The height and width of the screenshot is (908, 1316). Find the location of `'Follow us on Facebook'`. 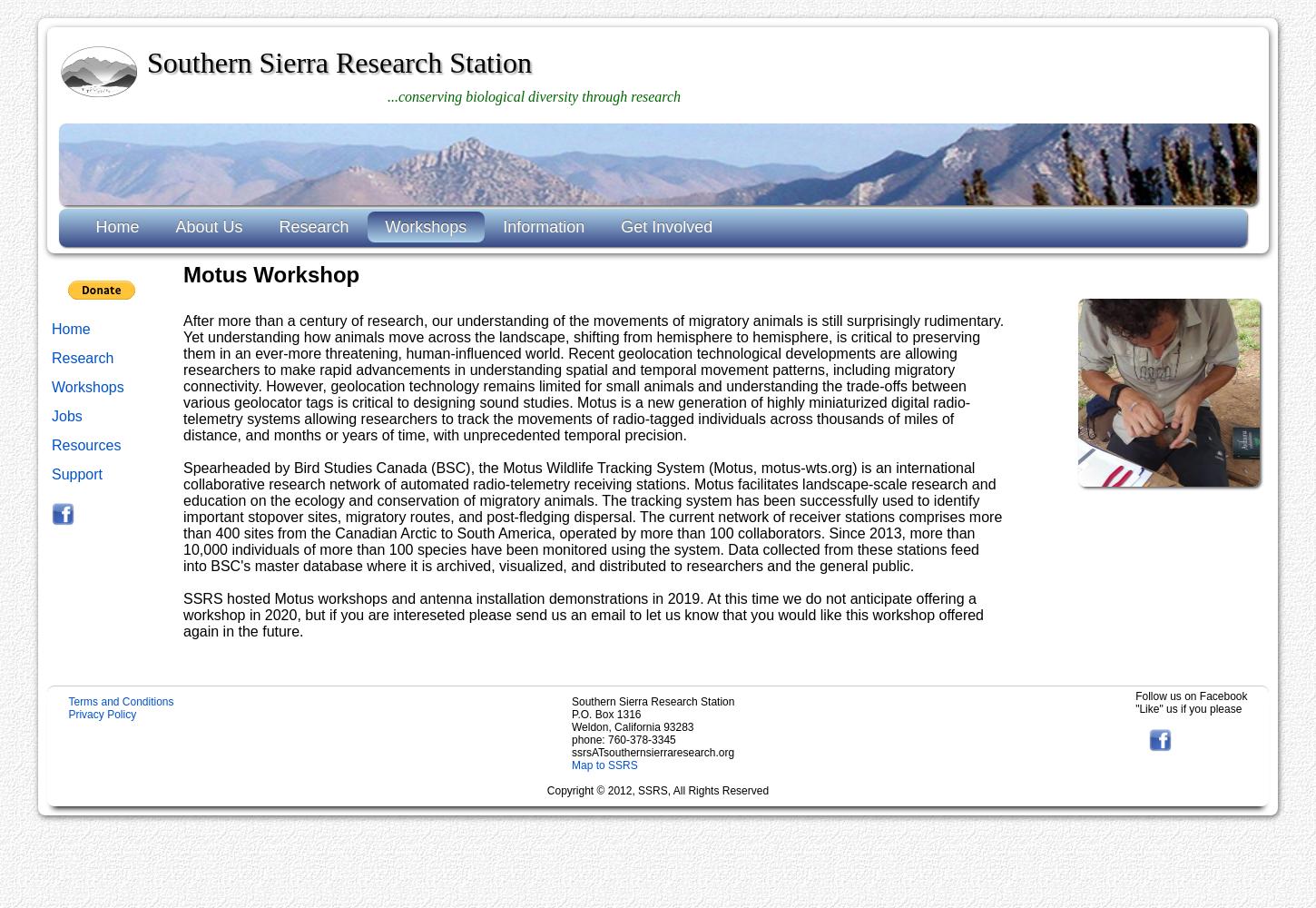

'Follow us on Facebook' is located at coordinates (1135, 696).